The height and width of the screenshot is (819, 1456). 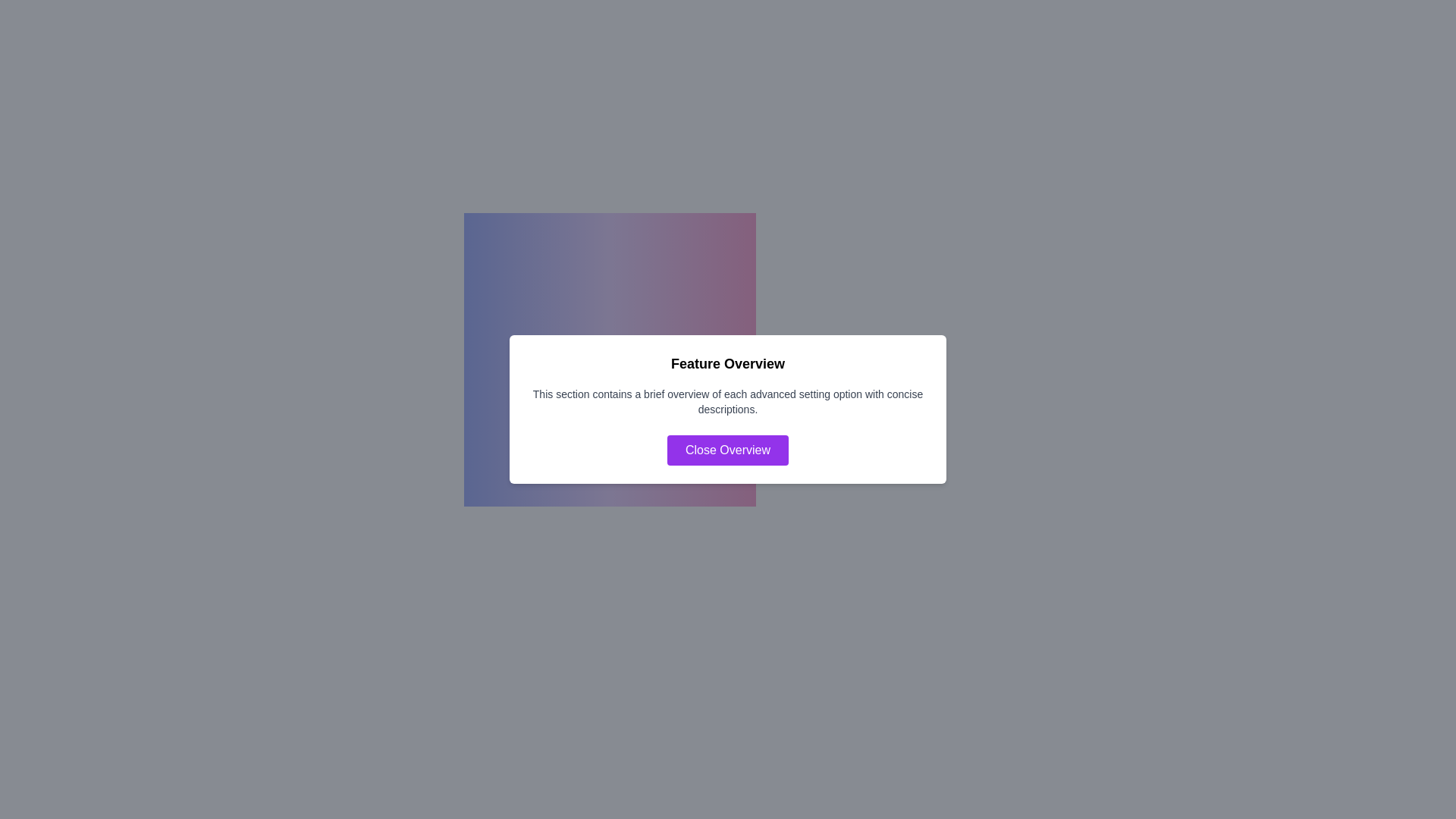 What do you see at coordinates (728, 400) in the screenshot?
I see `the Text Block element styled in smaller gray font, located below the 'Feature Overview' title` at bounding box center [728, 400].